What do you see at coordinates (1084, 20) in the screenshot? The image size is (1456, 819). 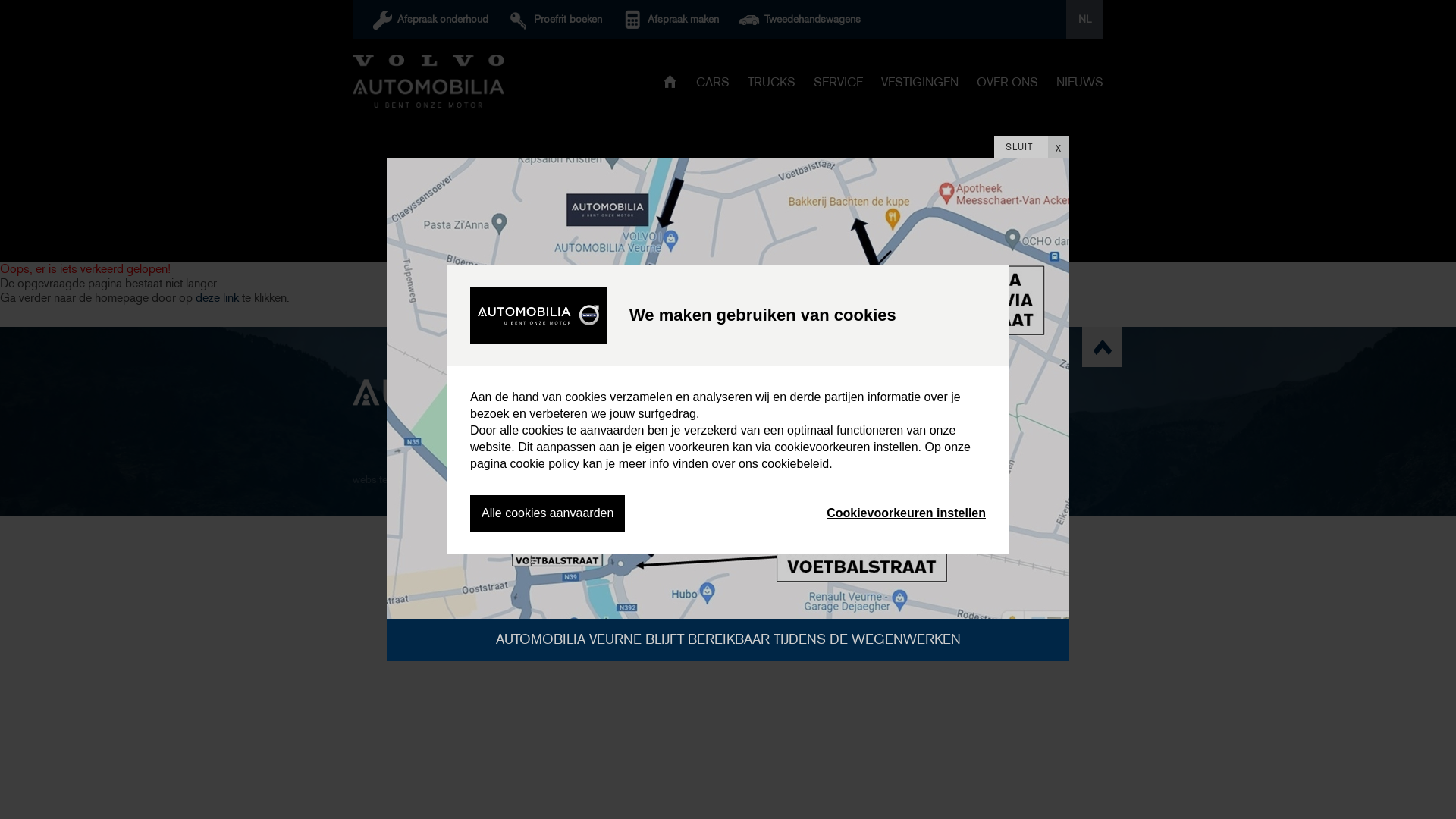 I see `'NL'` at bounding box center [1084, 20].